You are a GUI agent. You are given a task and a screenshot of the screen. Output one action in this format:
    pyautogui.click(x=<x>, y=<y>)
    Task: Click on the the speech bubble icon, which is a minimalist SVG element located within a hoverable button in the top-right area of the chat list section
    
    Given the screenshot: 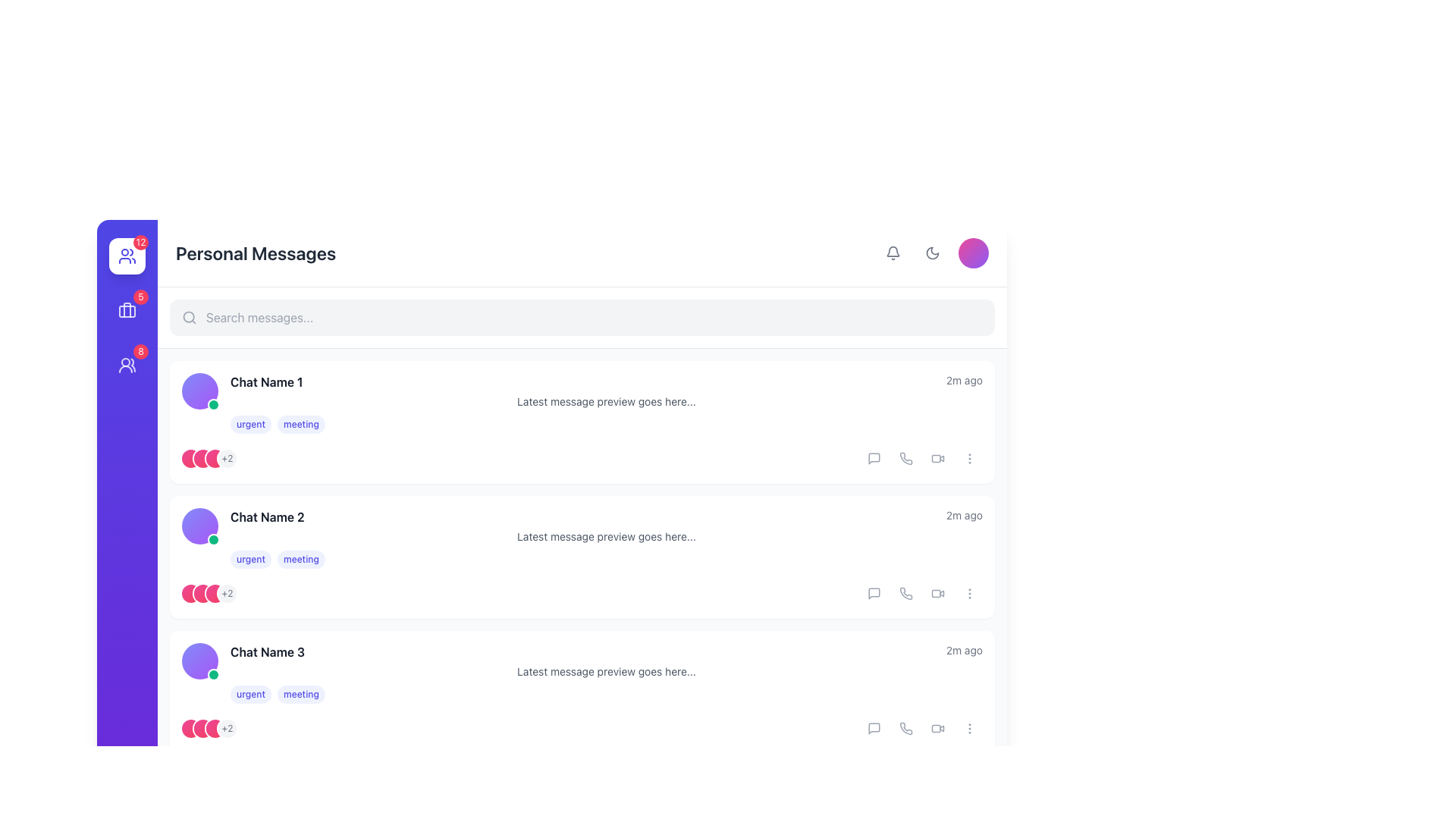 What is the action you would take?
    pyautogui.click(x=874, y=458)
    